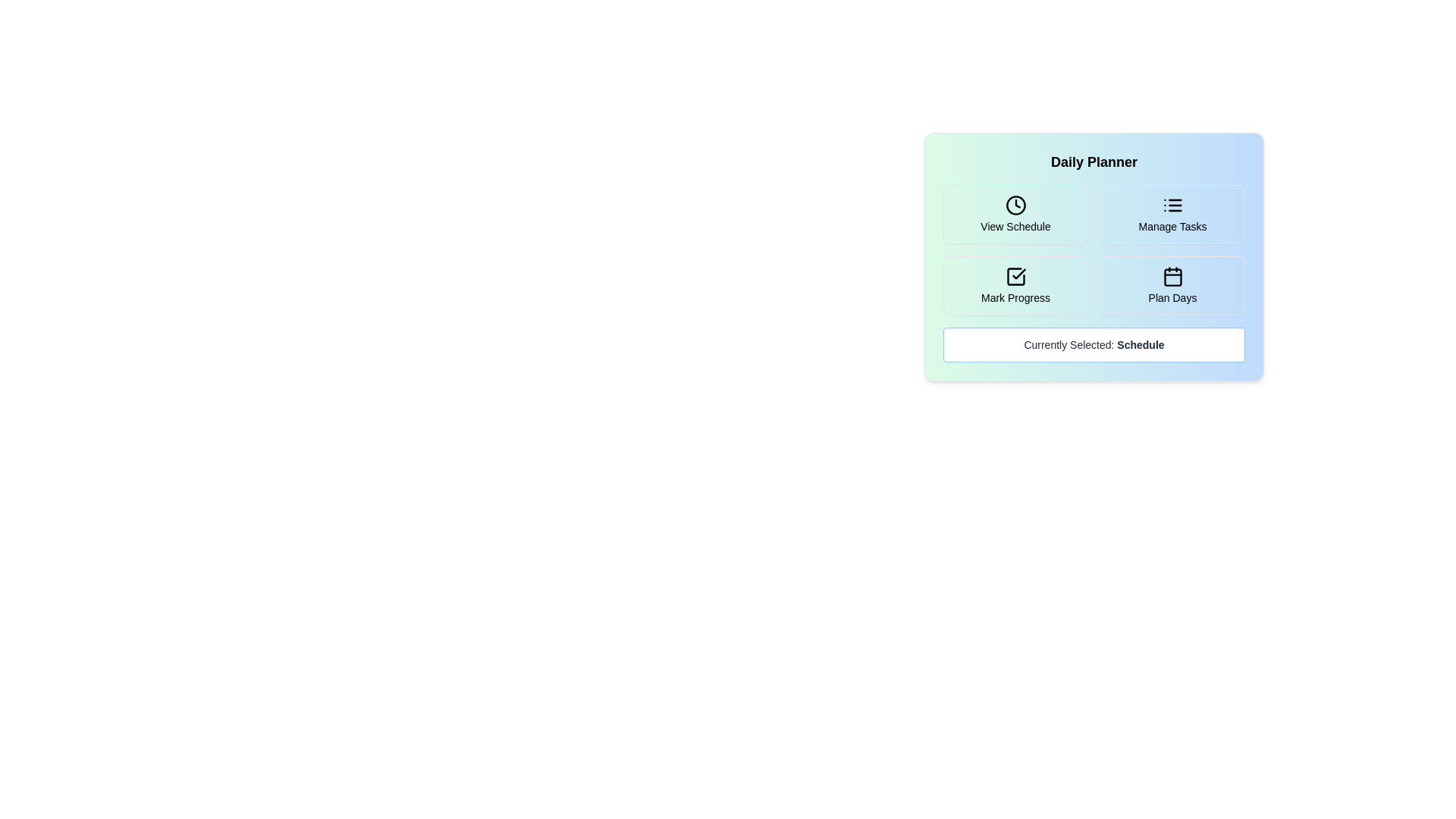 Image resolution: width=1456 pixels, height=819 pixels. Describe the element at coordinates (1015, 214) in the screenshot. I see `the button corresponding to the activity View Schedule` at that location.